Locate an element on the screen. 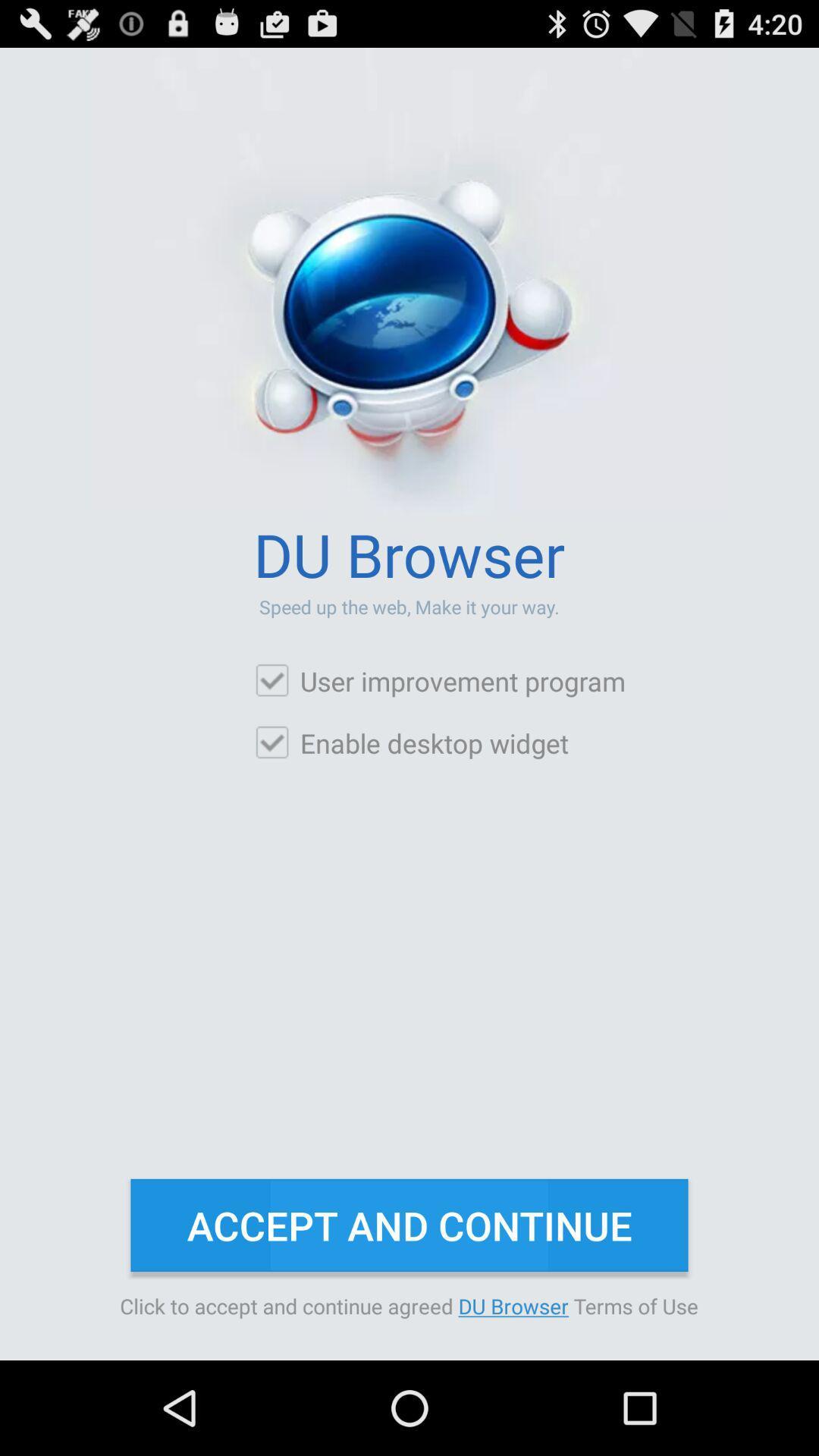  the enable desktop widget checkbox is located at coordinates (411, 742).